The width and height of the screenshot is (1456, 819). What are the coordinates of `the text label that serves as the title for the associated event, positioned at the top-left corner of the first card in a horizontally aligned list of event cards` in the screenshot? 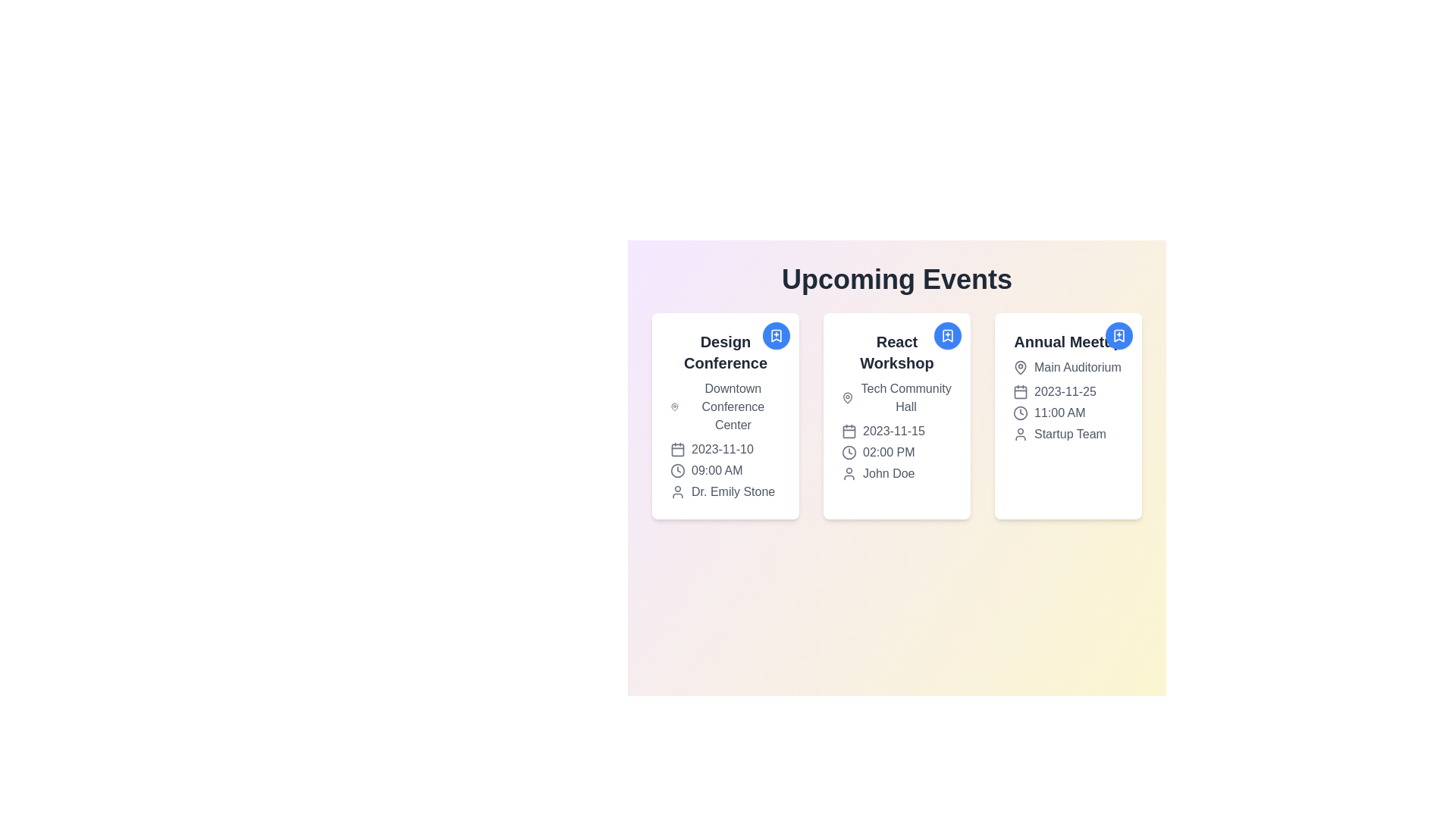 It's located at (724, 353).